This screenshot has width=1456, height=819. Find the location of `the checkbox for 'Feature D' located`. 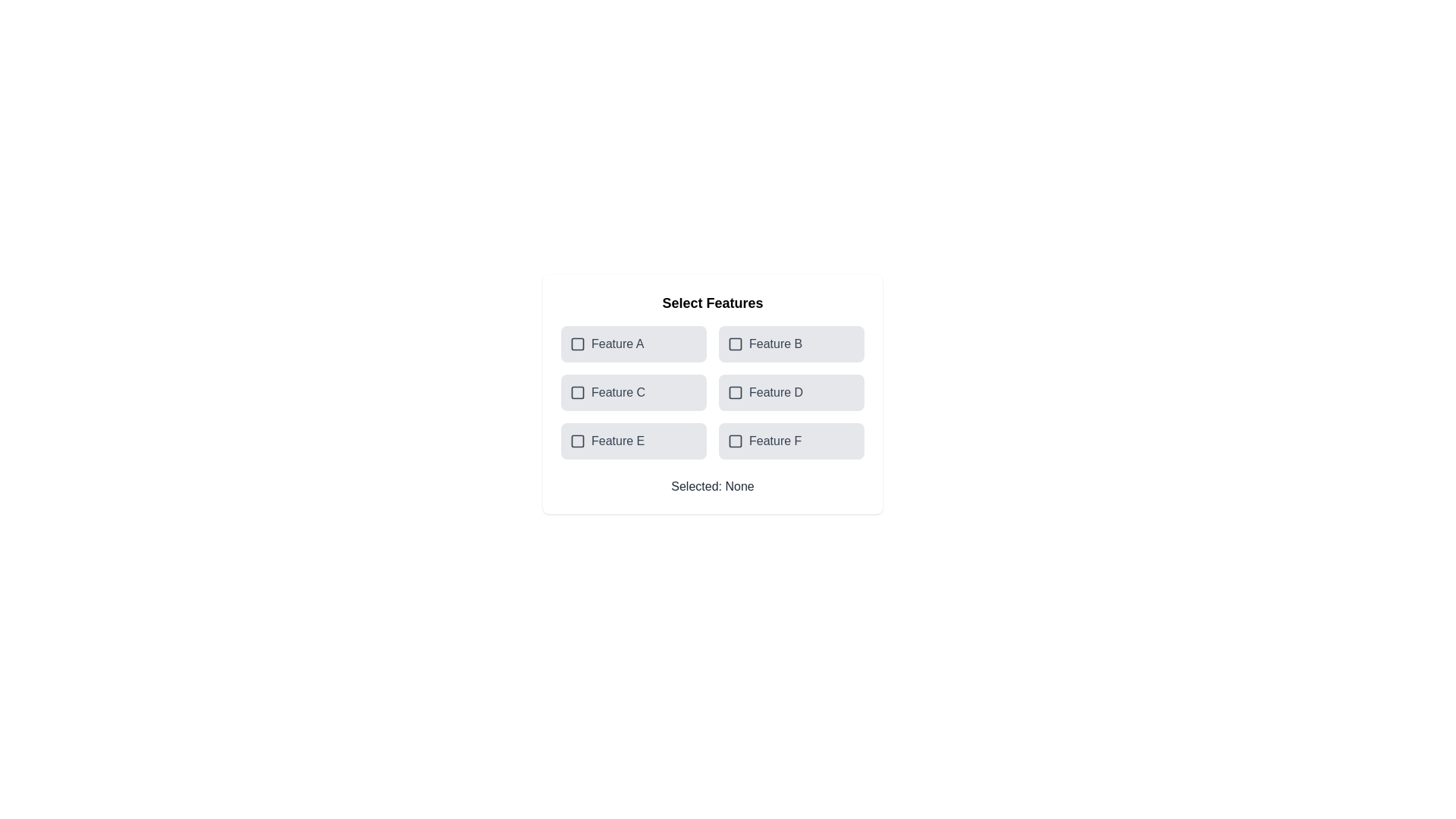

the checkbox for 'Feature D' located is located at coordinates (735, 391).